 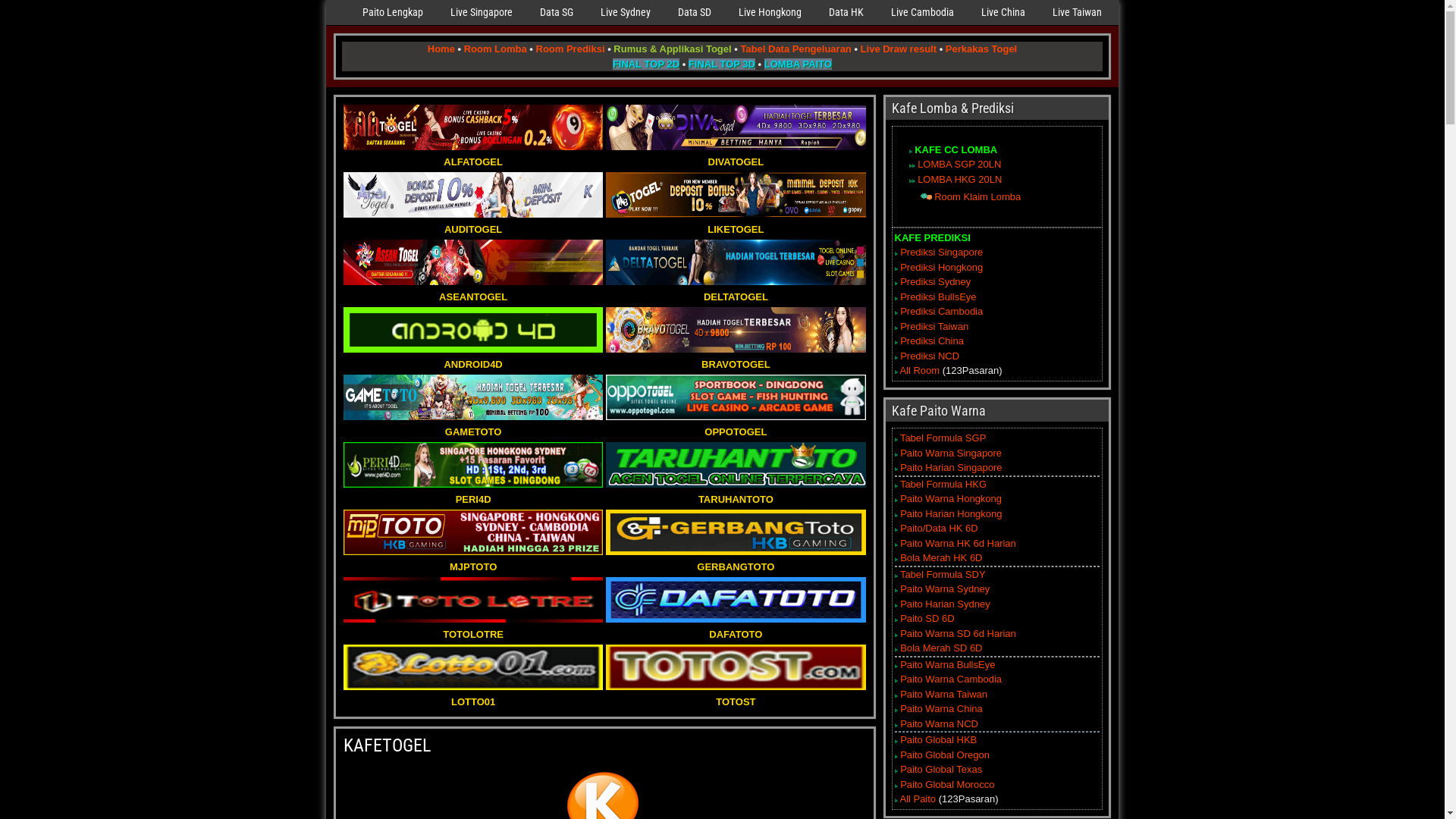 What do you see at coordinates (472, 491) in the screenshot?
I see `'PERI4D'` at bounding box center [472, 491].